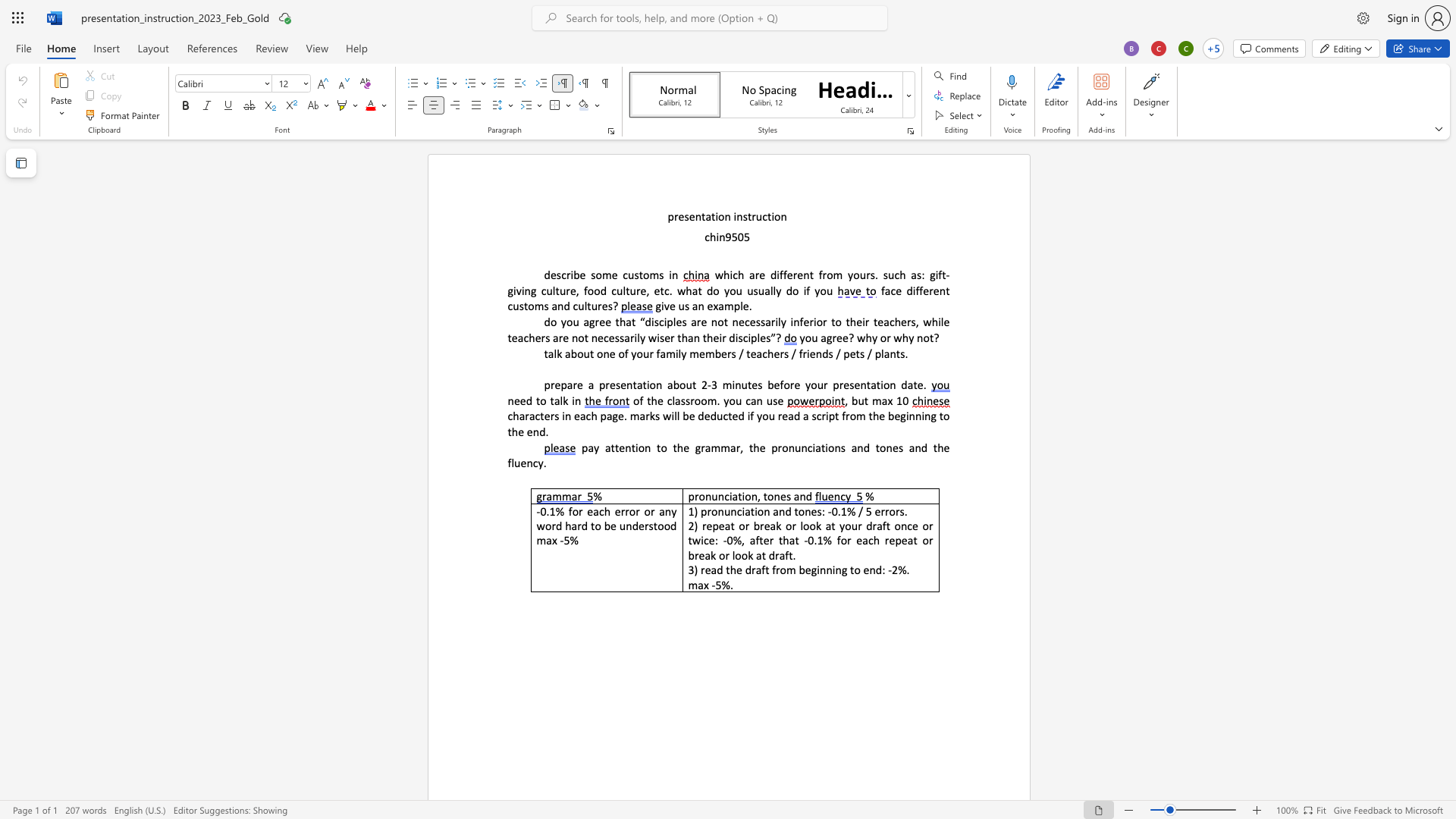 The height and width of the screenshot is (819, 1456). Describe the element at coordinates (639, 275) in the screenshot. I see `the space between the continuous character "s" and "t" in the text` at that location.